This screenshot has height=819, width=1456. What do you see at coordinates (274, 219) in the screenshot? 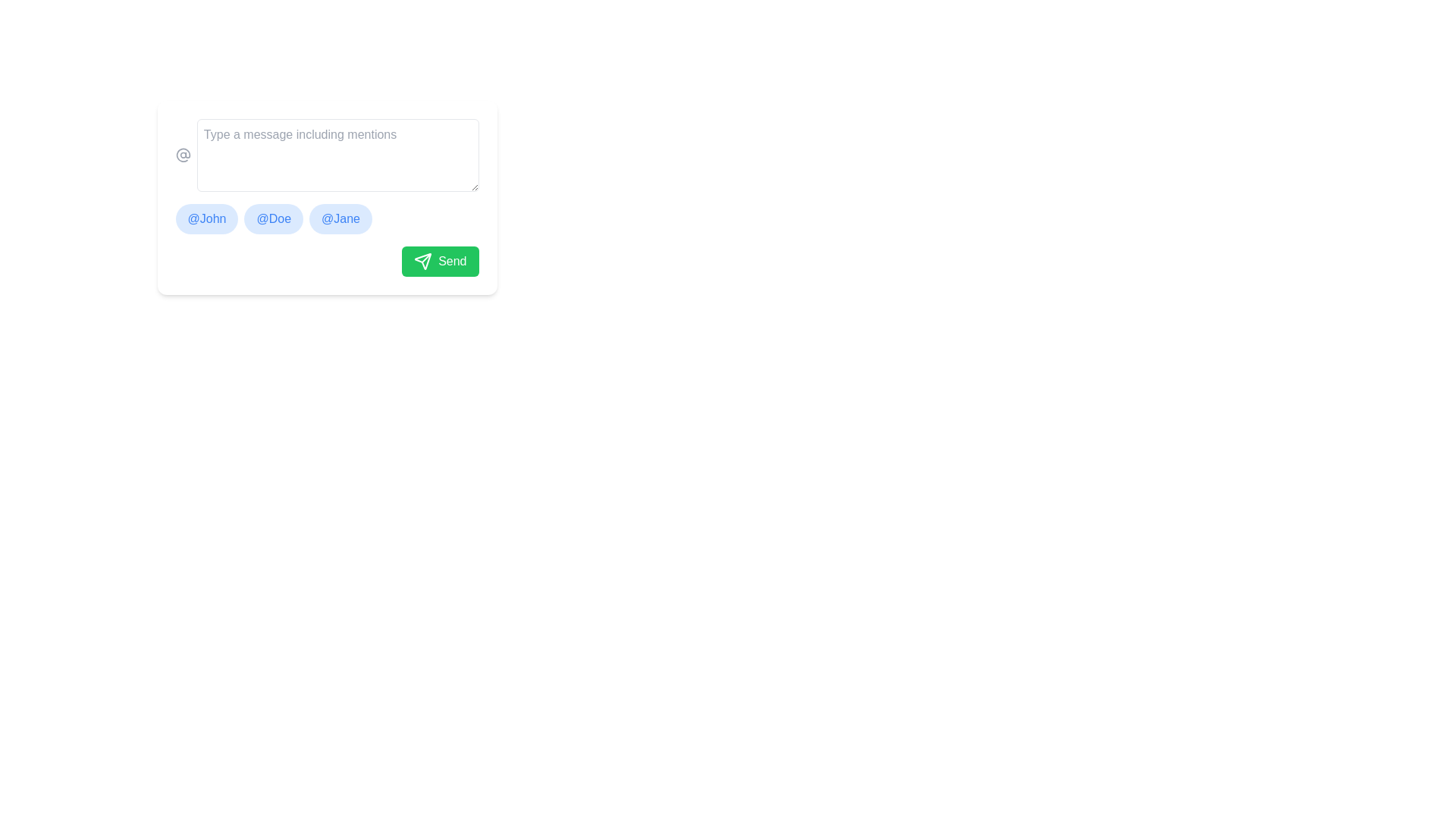
I see `the rounded button with a light blue background displaying '@Doe'` at bounding box center [274, 219].